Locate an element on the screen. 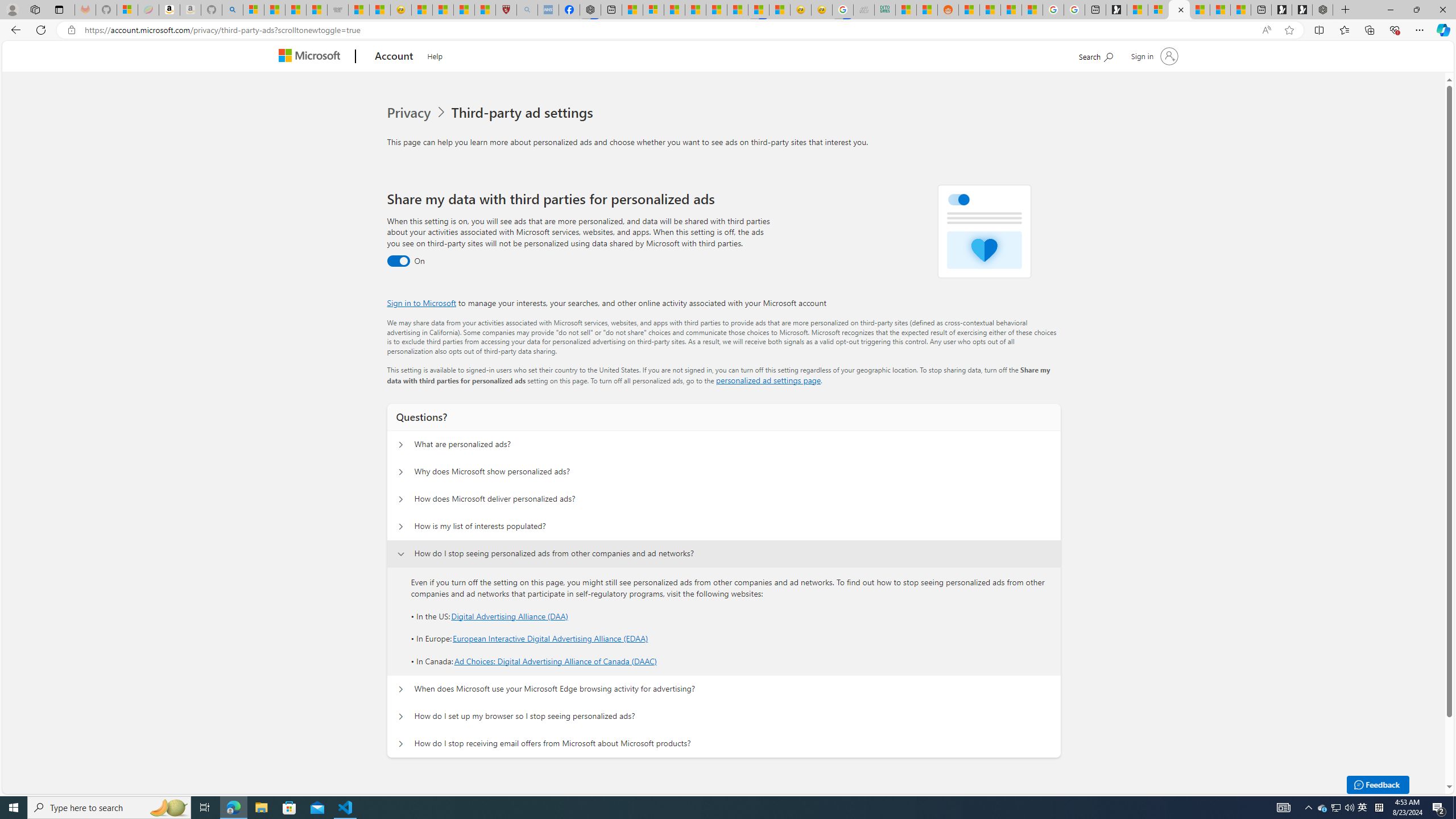 This screenshot has width=1456, height=819. 'Nordace - Nordace Siena Is Not An Ordinary Backpack' is located at coordinates (1322, 9).